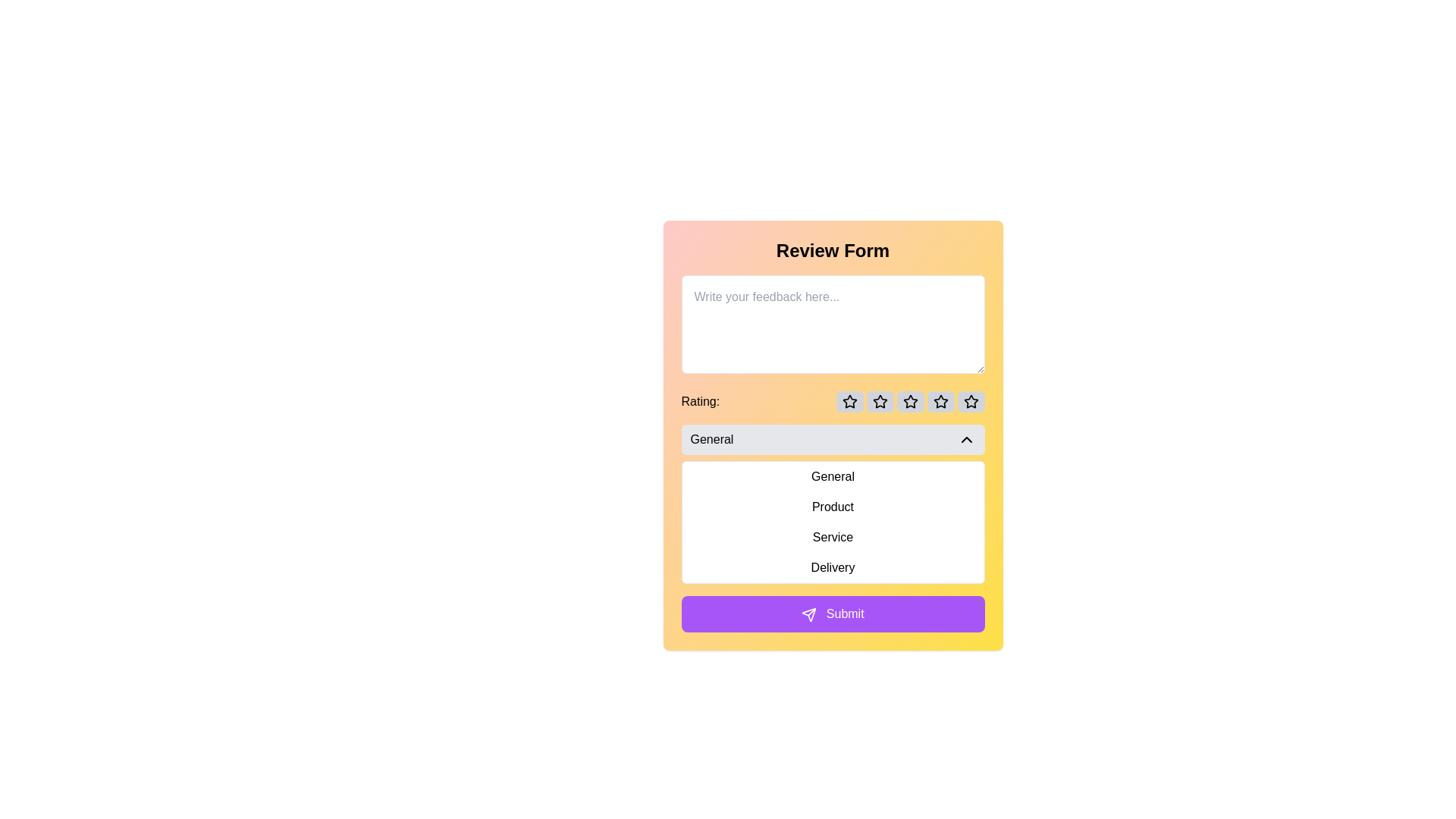 This screenshot has width=1456, height=819. Describe the element at coordinates (832, 537) in the screenshot. I see `the third item in the dropdown menu under 'GeneralProductServiceDelivery'` at that location.